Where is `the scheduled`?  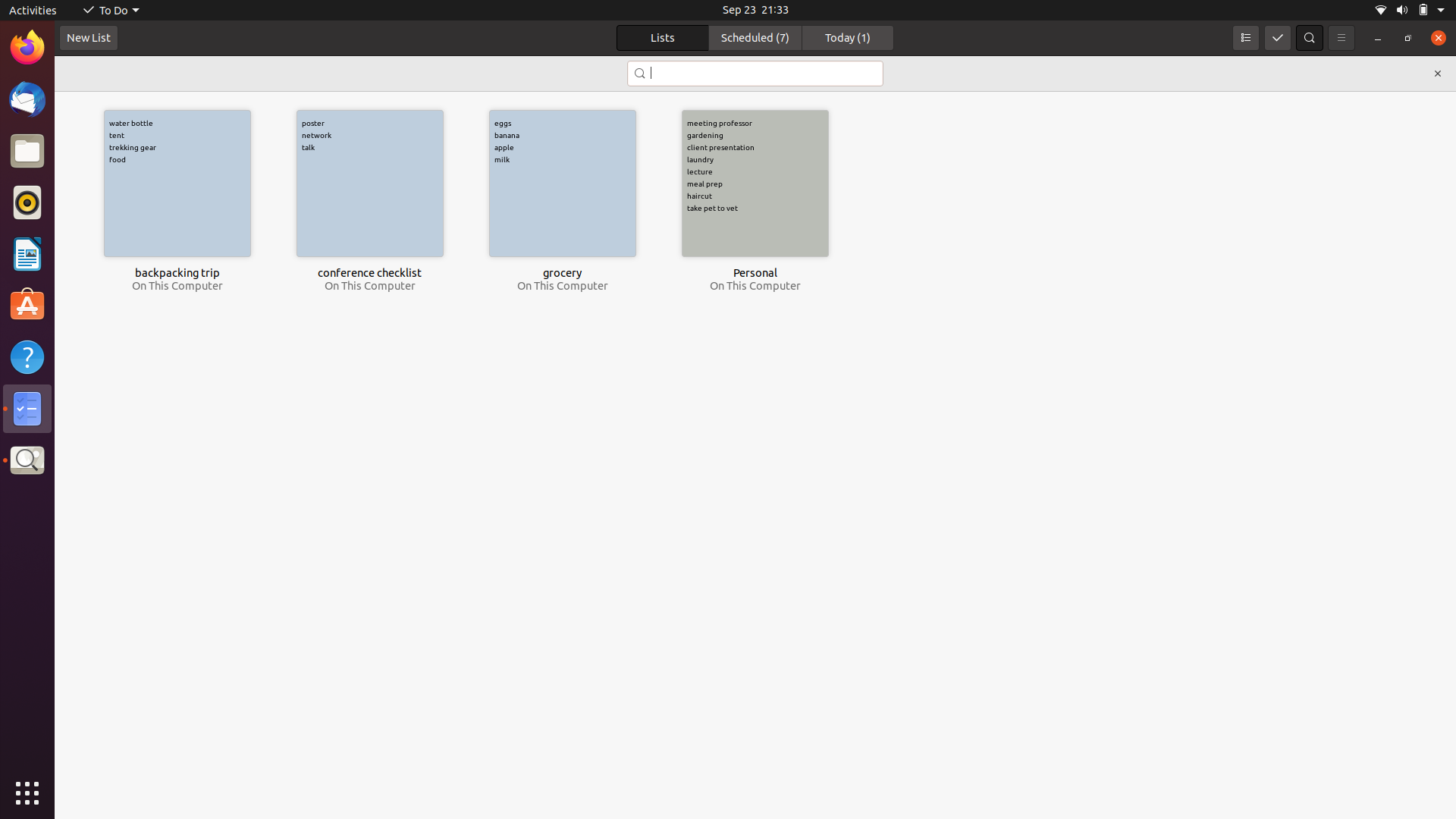
the scheduled is located at coordinates (755, 37).